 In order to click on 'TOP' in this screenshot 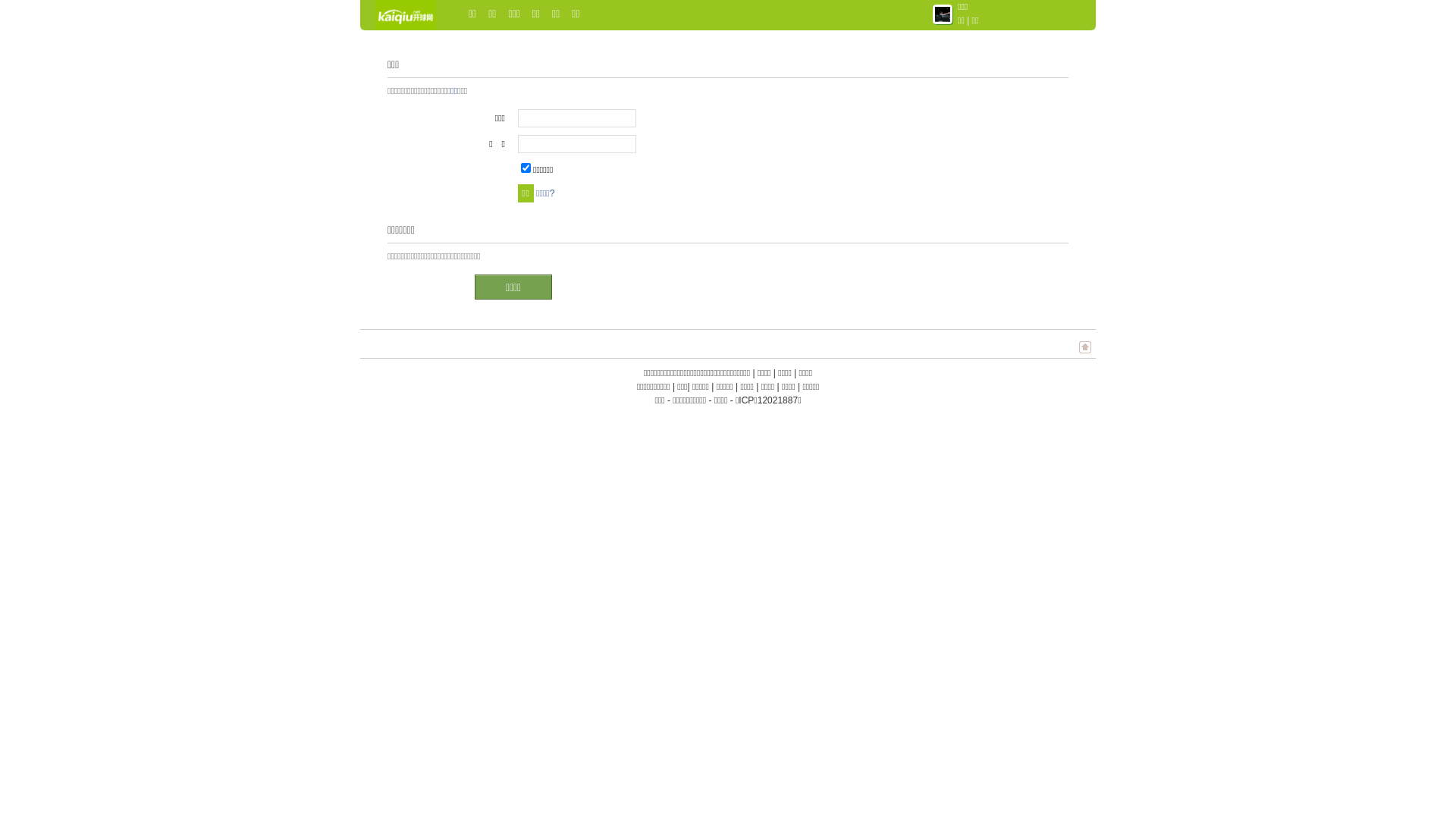, I will do `click(1084, 354)`.